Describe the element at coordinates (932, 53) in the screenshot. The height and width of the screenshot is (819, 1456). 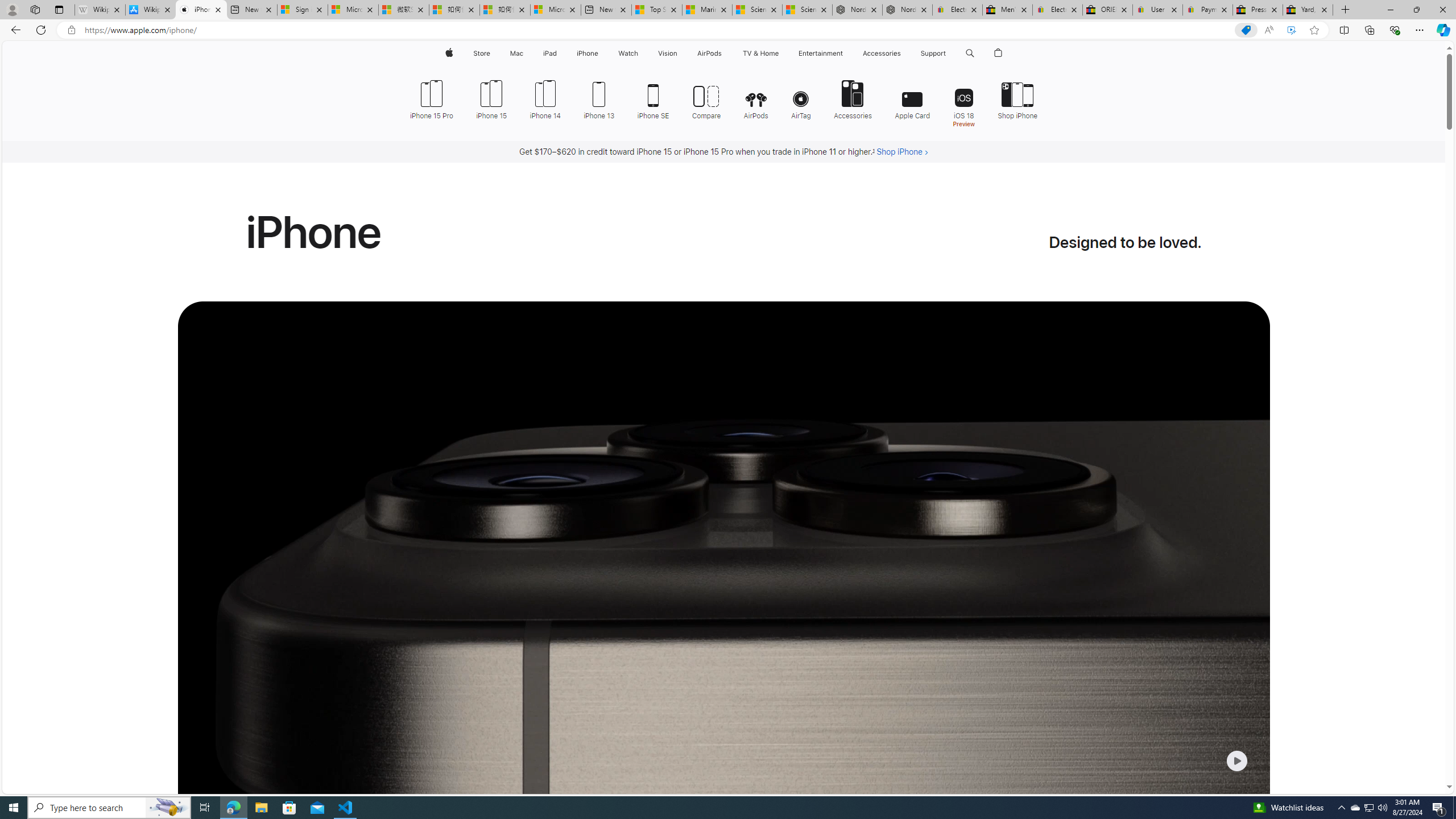
I see `'Support'` at that location.